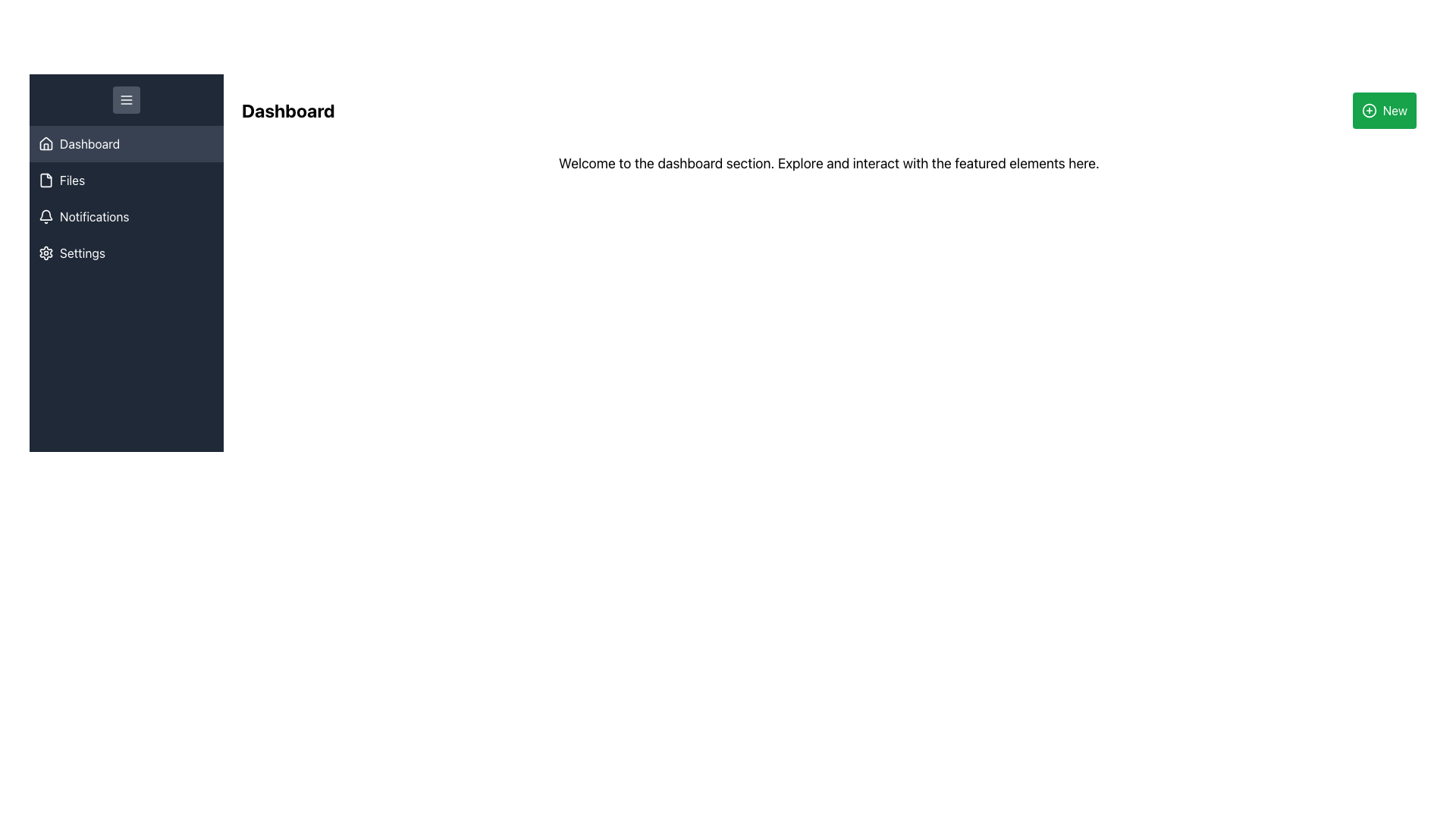 The height and width of the screenshot is (819, 1456). I want to click on the 'Files' icon in the navigation bar, so click(46, 180).